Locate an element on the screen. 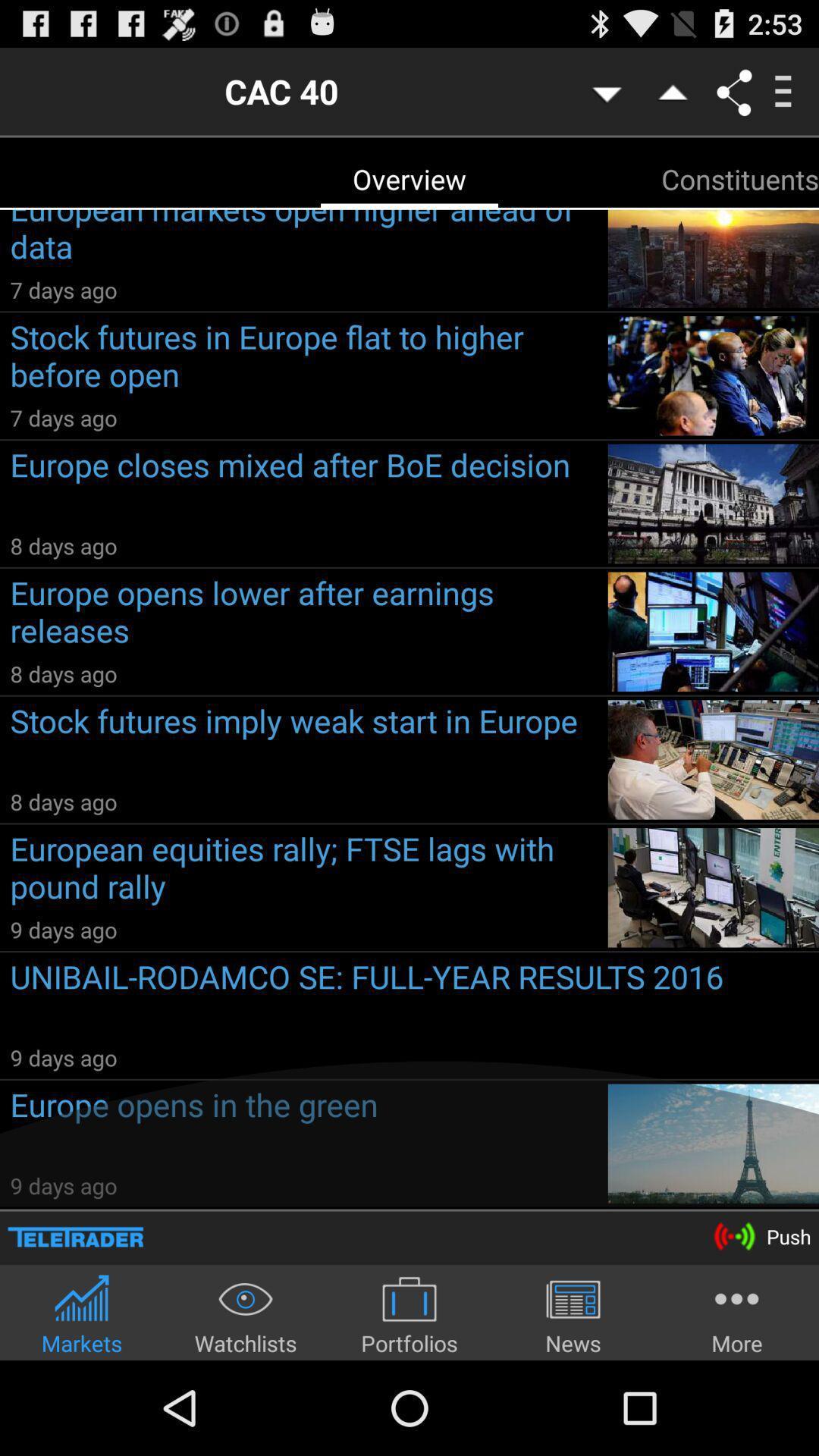 This screenshot has width=819, height=1456. the icon next to the portfolios is located at coordinates (245, 1313).